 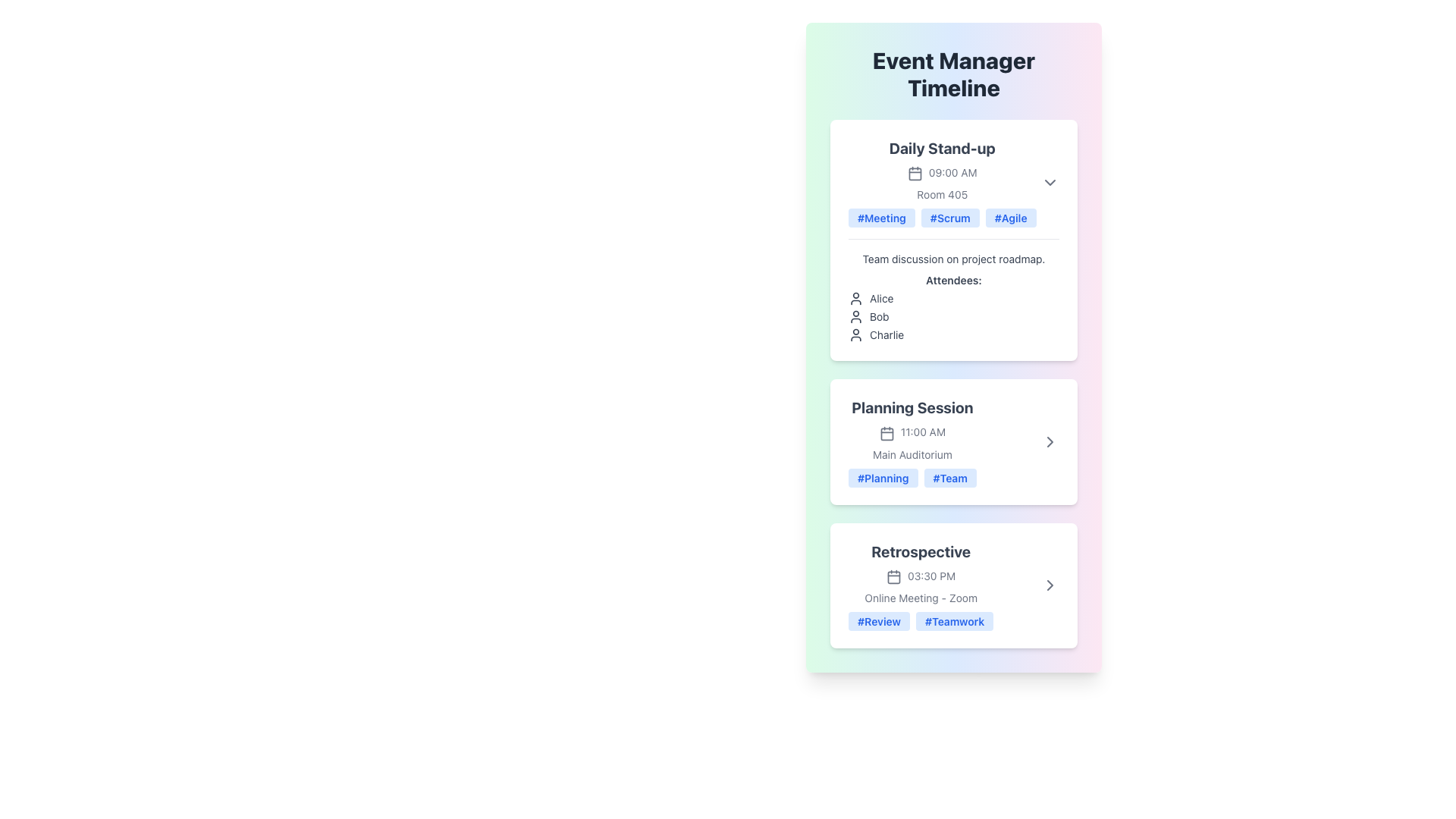 What do you see at coordinates (949, 218) in the screenshot?
I see `the second label 'Scrum' in the 'Daily Stand-up' section, positioned between '#Meeting' and '#Agile'` at bounding box center [949, 218].